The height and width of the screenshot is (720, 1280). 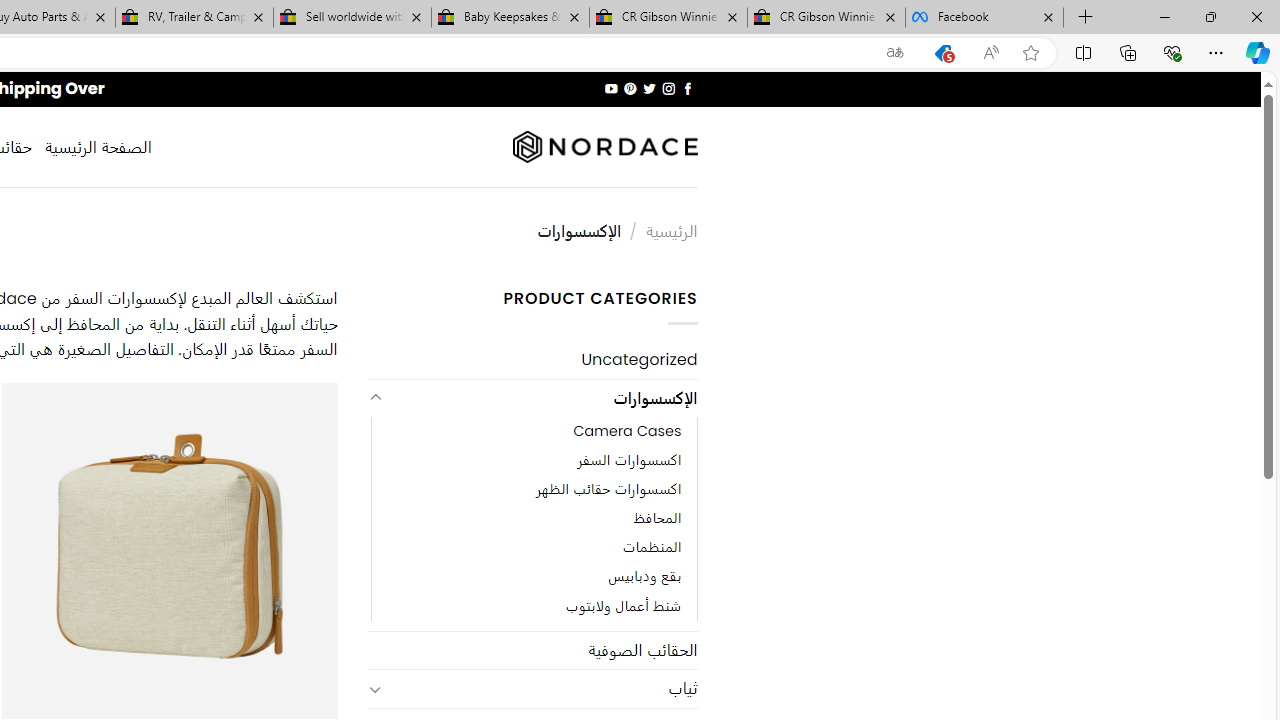 What do you see at coordinates (1215, 51) in the screenshot?
I see `'Settings and more (Alt+F)'` at bounding box center [1215, 51].